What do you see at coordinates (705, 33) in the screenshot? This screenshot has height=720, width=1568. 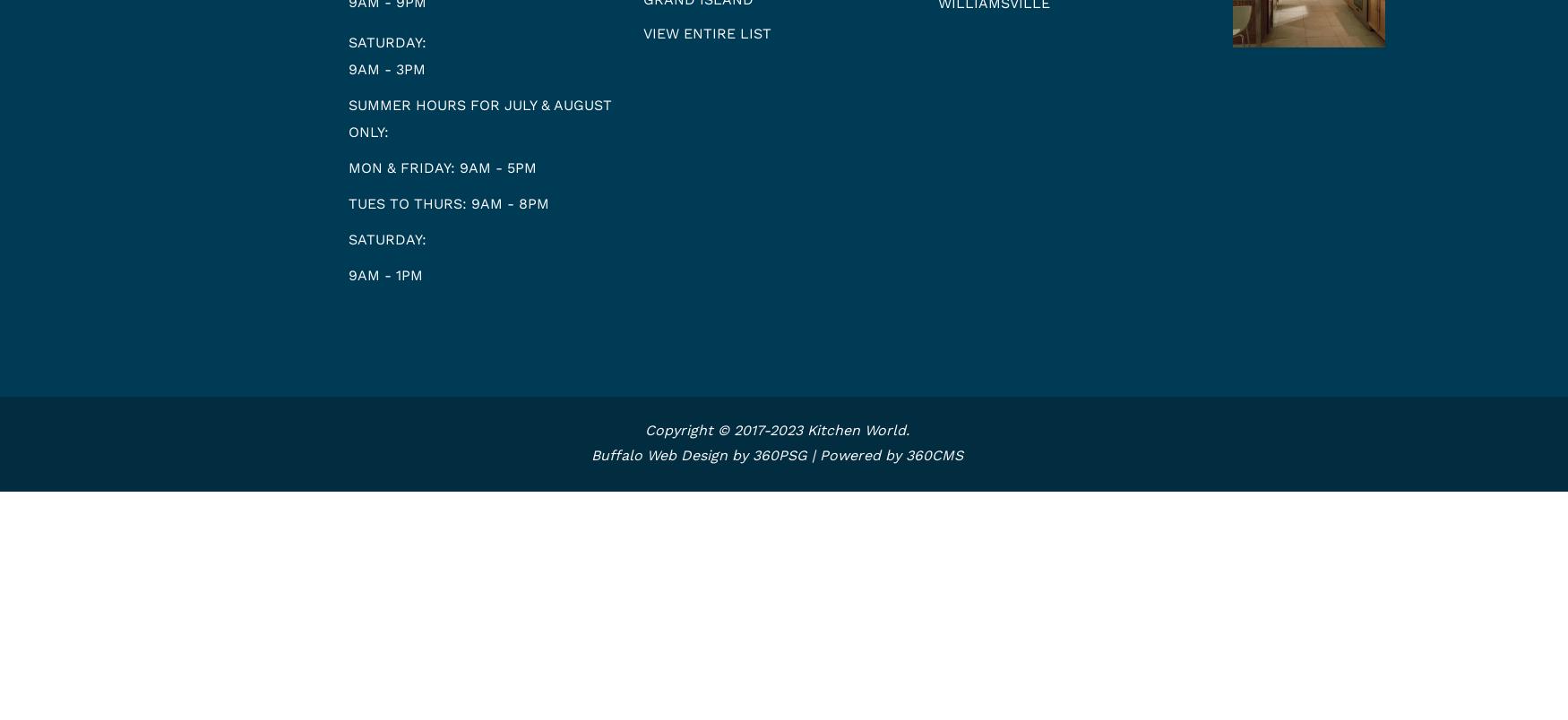 I see `'View entire list'` at bounding box center [705, 33].